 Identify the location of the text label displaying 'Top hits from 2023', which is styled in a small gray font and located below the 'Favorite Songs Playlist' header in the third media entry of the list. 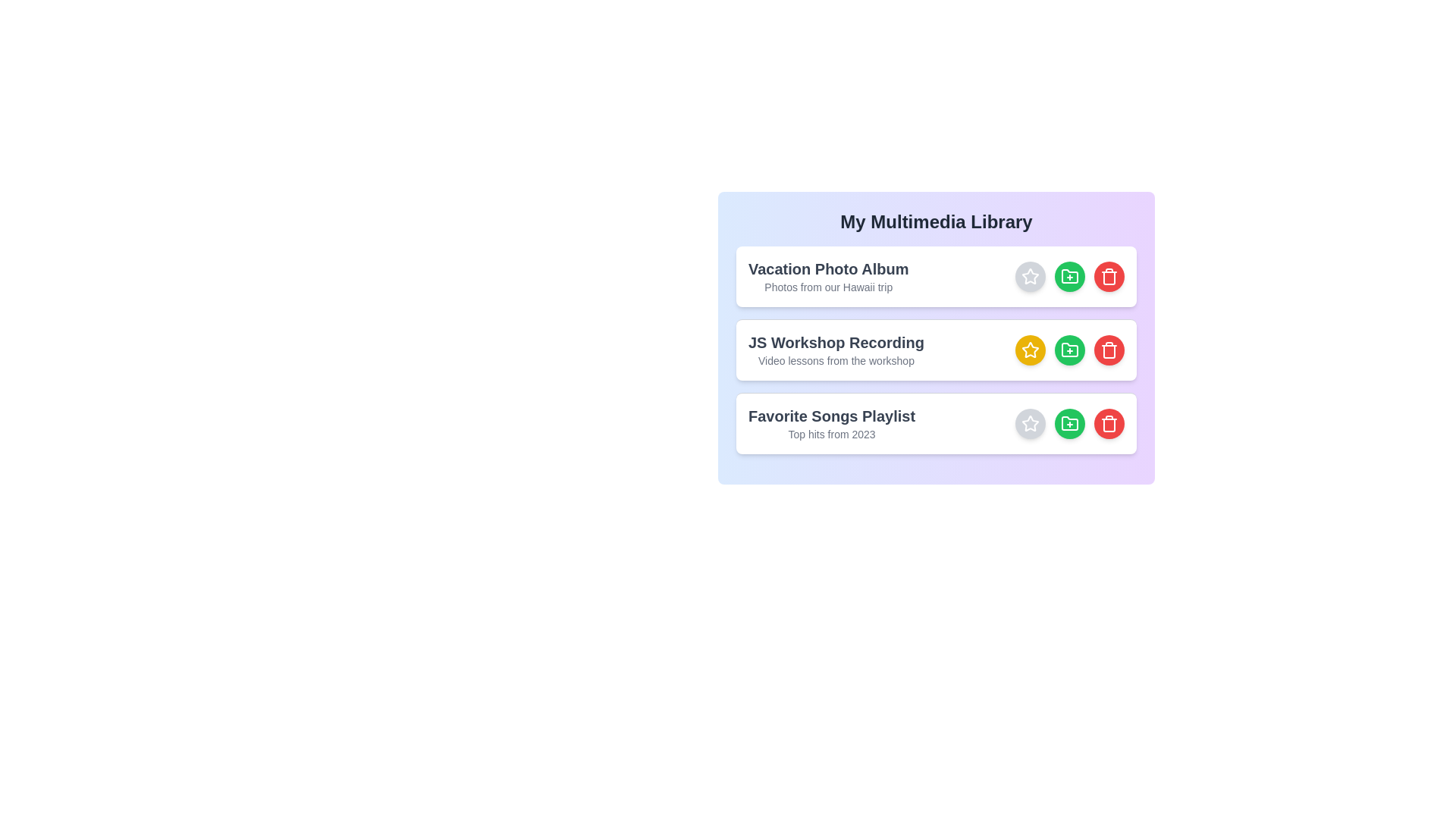
(831, 435).